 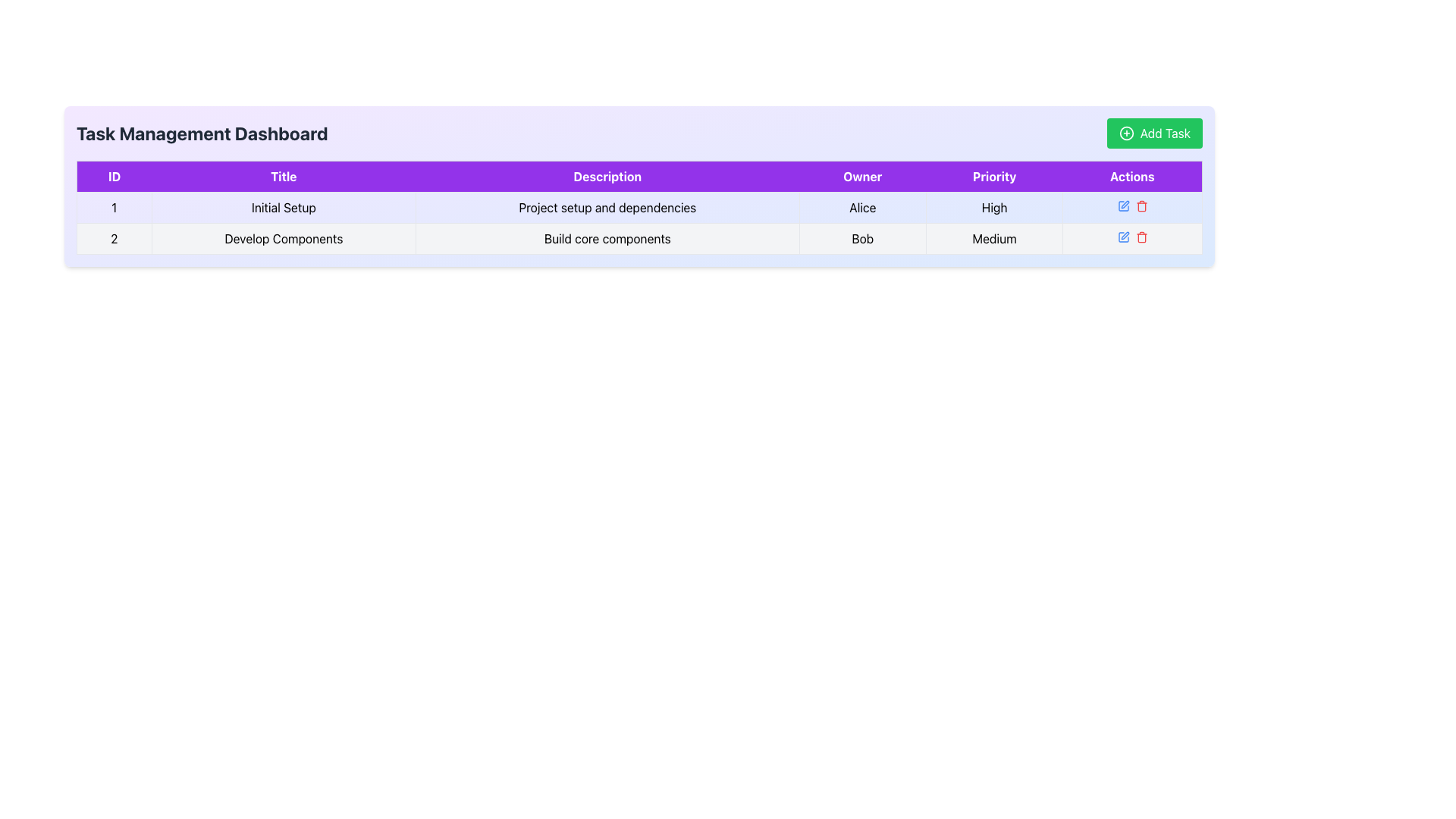 What do you see at coordinates (1123, 206) in the screenshot?
I see `the editing icon represented as a vector graphic, located in the 'Actions' column of the second row of the table` at bounding box center [1123, 206].